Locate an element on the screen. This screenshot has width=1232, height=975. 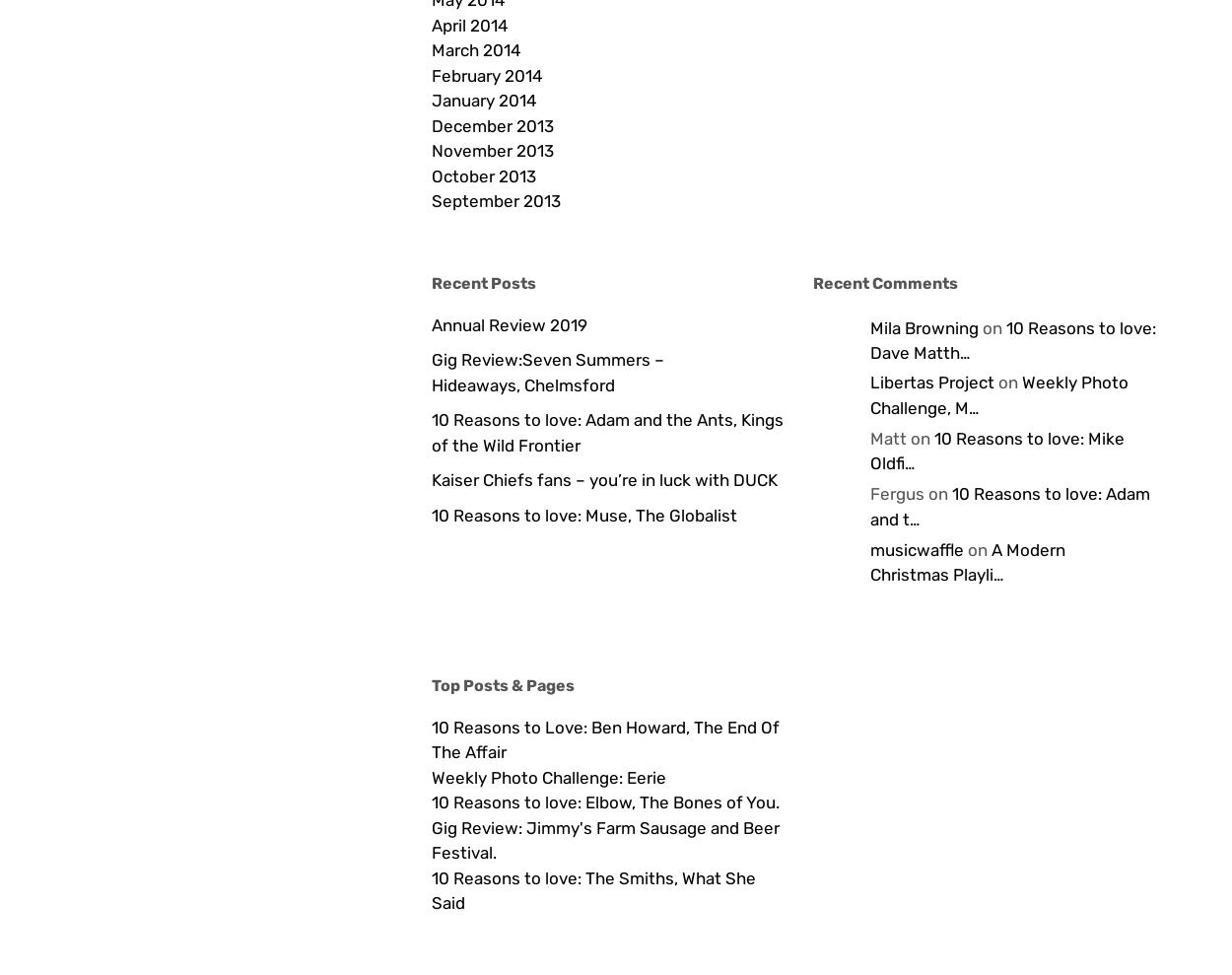
'A Modern Christmas Playli…' is located at coordinates (966, 560).